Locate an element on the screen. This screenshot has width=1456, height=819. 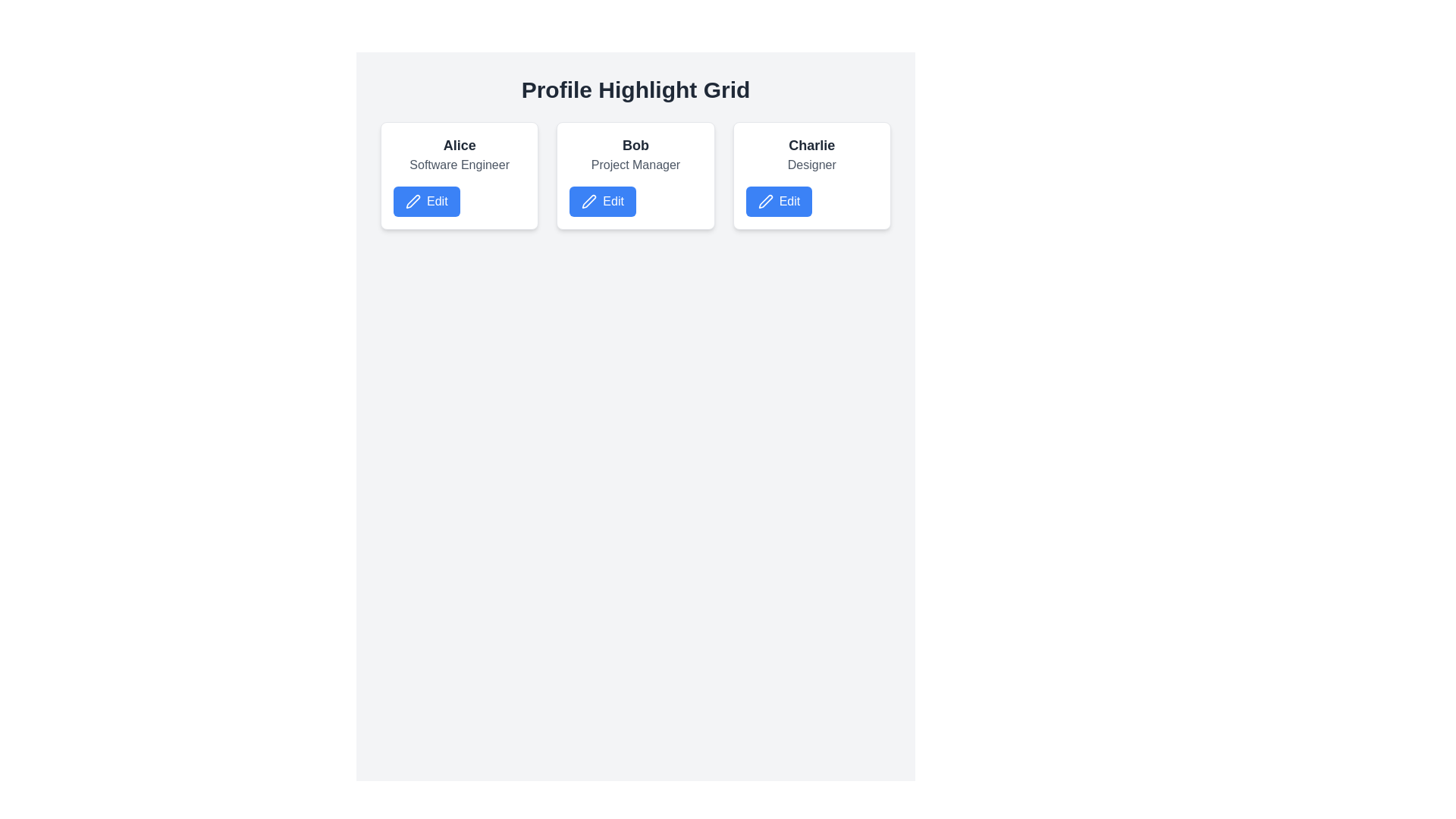
the text label at the top of the rightmost card in the horizontal grid layout, which identifies an individual or entity is located at coordinates (811, 146).